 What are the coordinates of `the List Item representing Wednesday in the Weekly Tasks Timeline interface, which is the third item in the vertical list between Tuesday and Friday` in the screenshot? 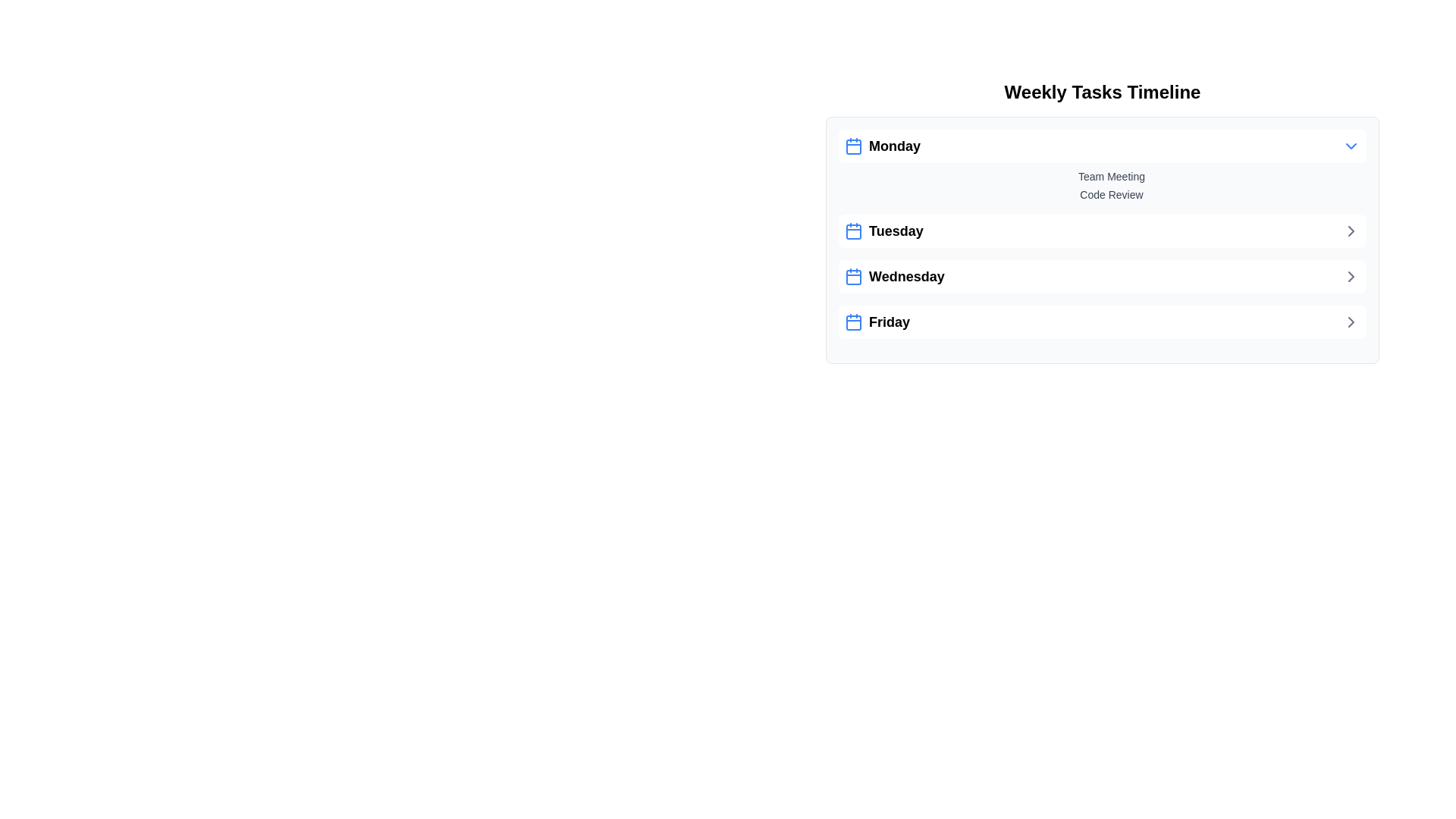 It's located at (894, 277).